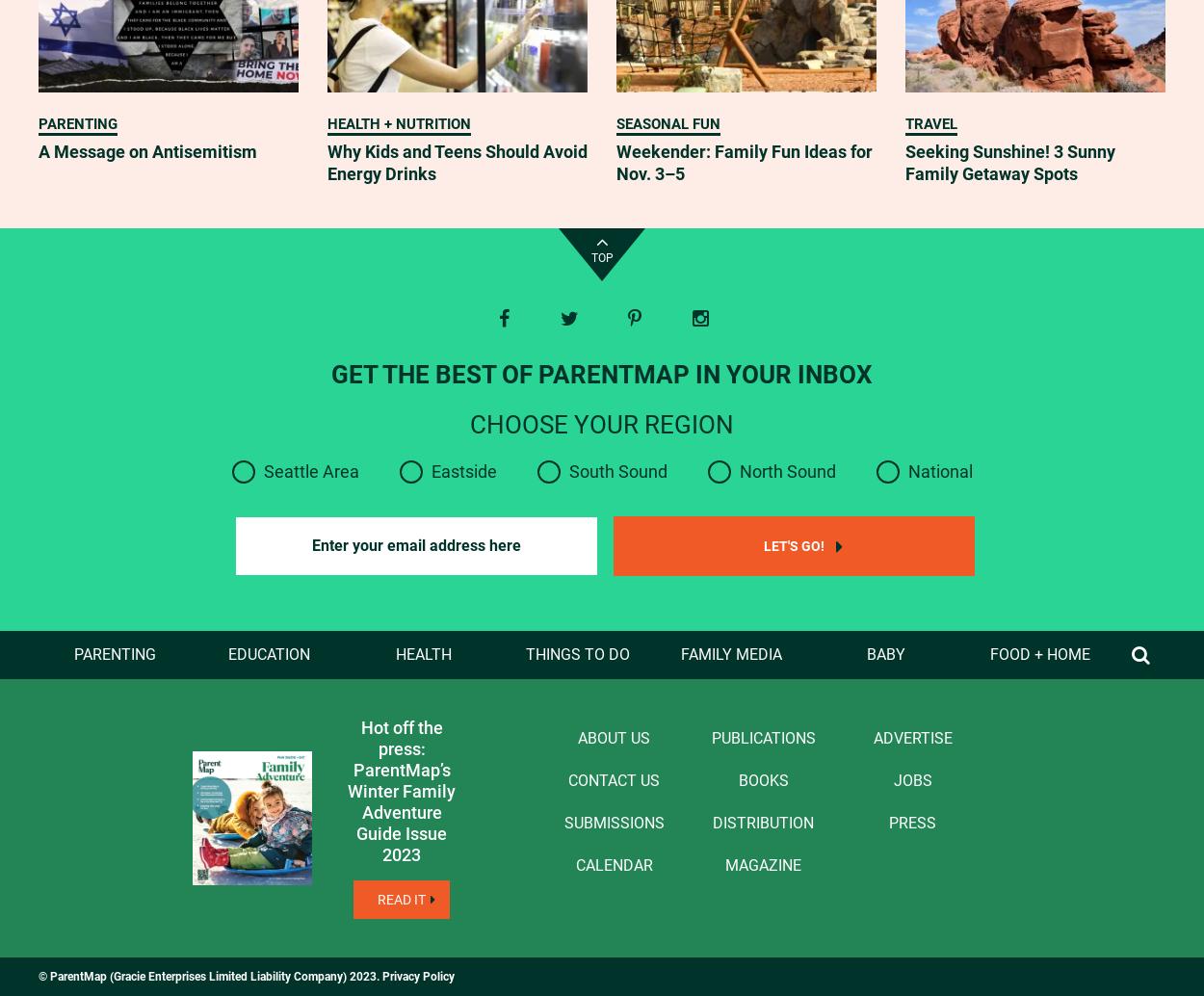 Image resolution: width=1204 pixels, height=996 pixels. Describe the element at coordinates (763, 737) in the screenshot. I see `'Publications'` at that location.